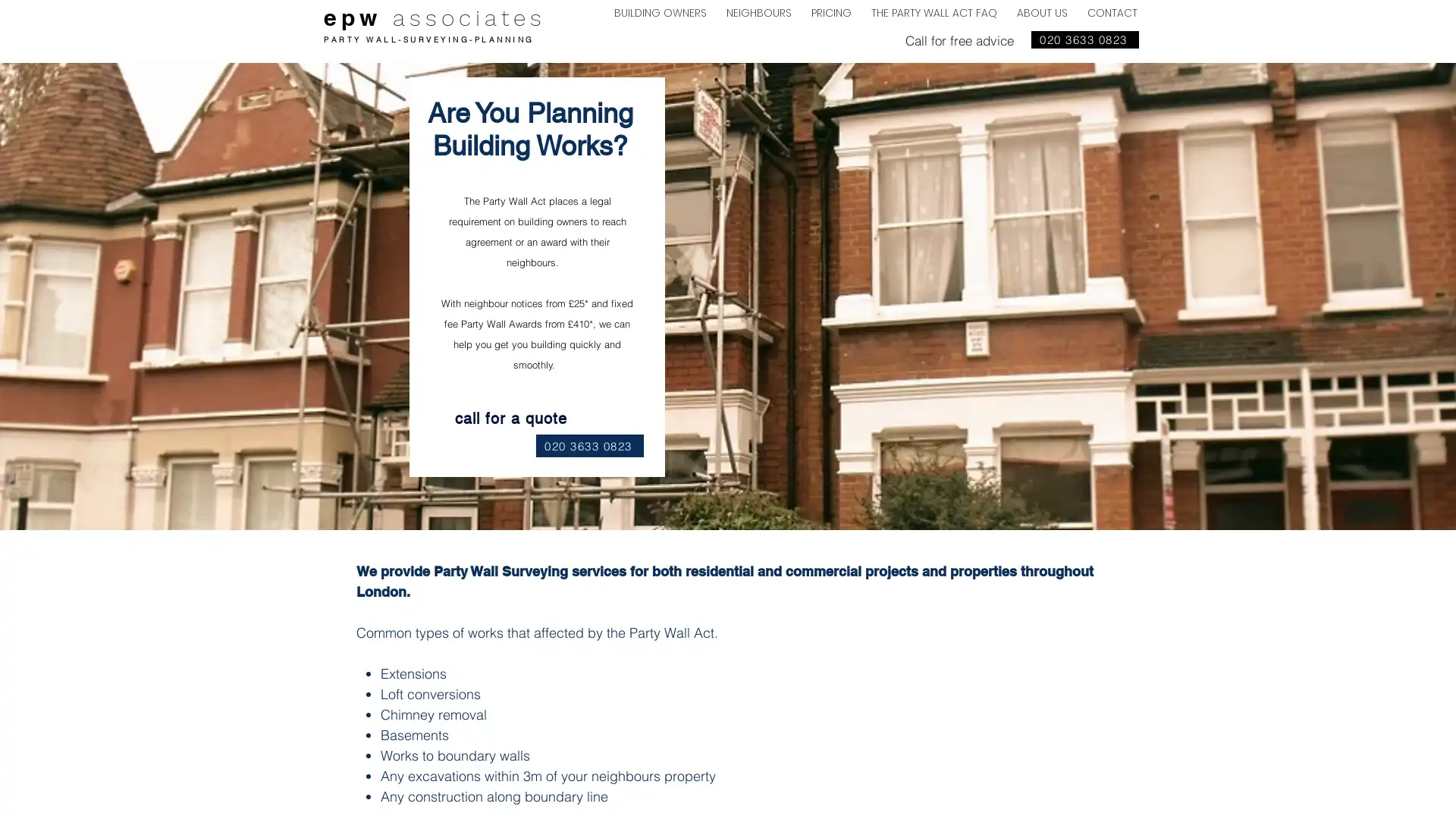 The image size is (1456, 819). Describe the element at coordinates (1437, 794) in the screenshot. I see `Close` at that location.